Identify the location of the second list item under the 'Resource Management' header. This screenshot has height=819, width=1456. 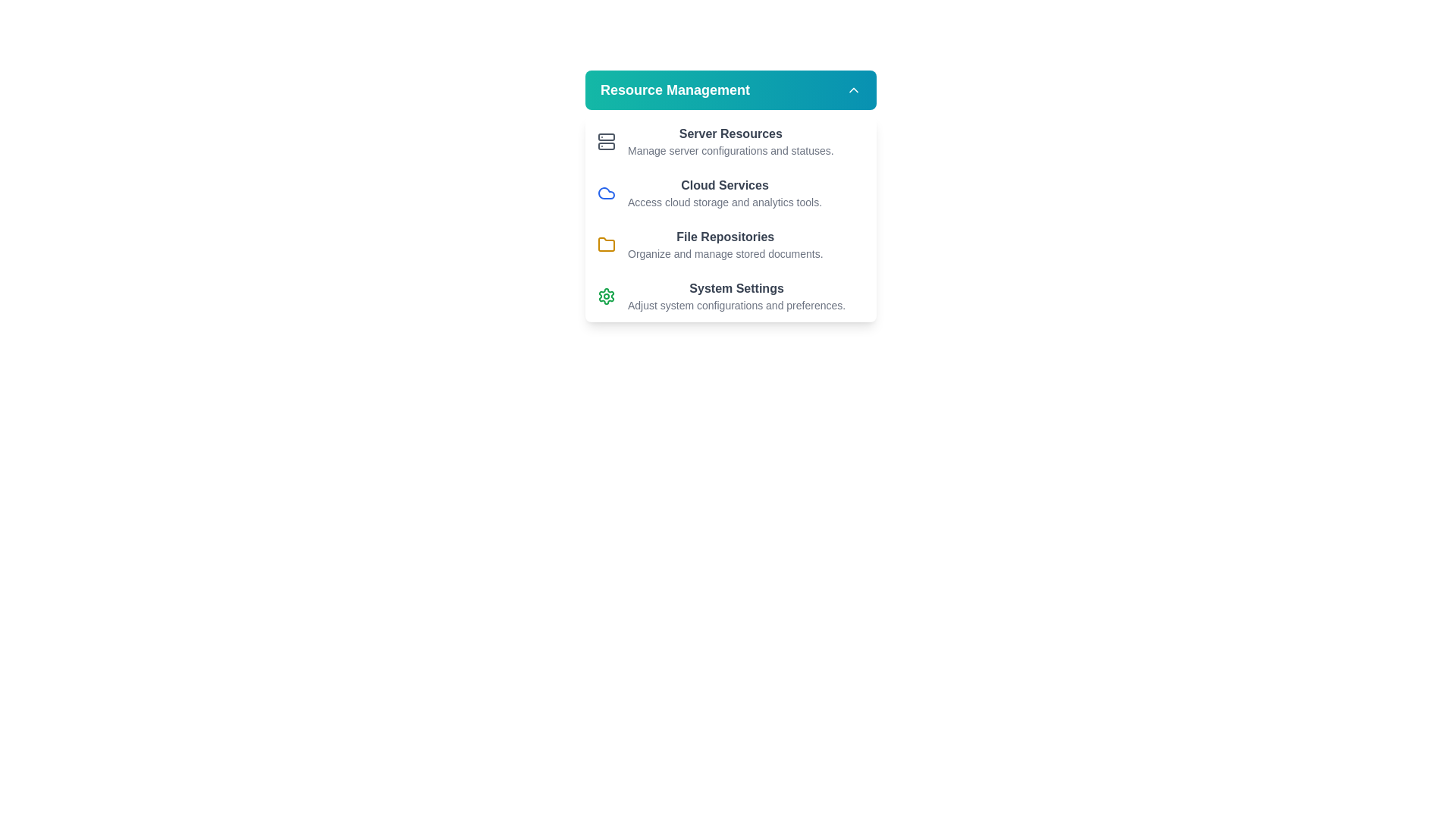
(731, 192).